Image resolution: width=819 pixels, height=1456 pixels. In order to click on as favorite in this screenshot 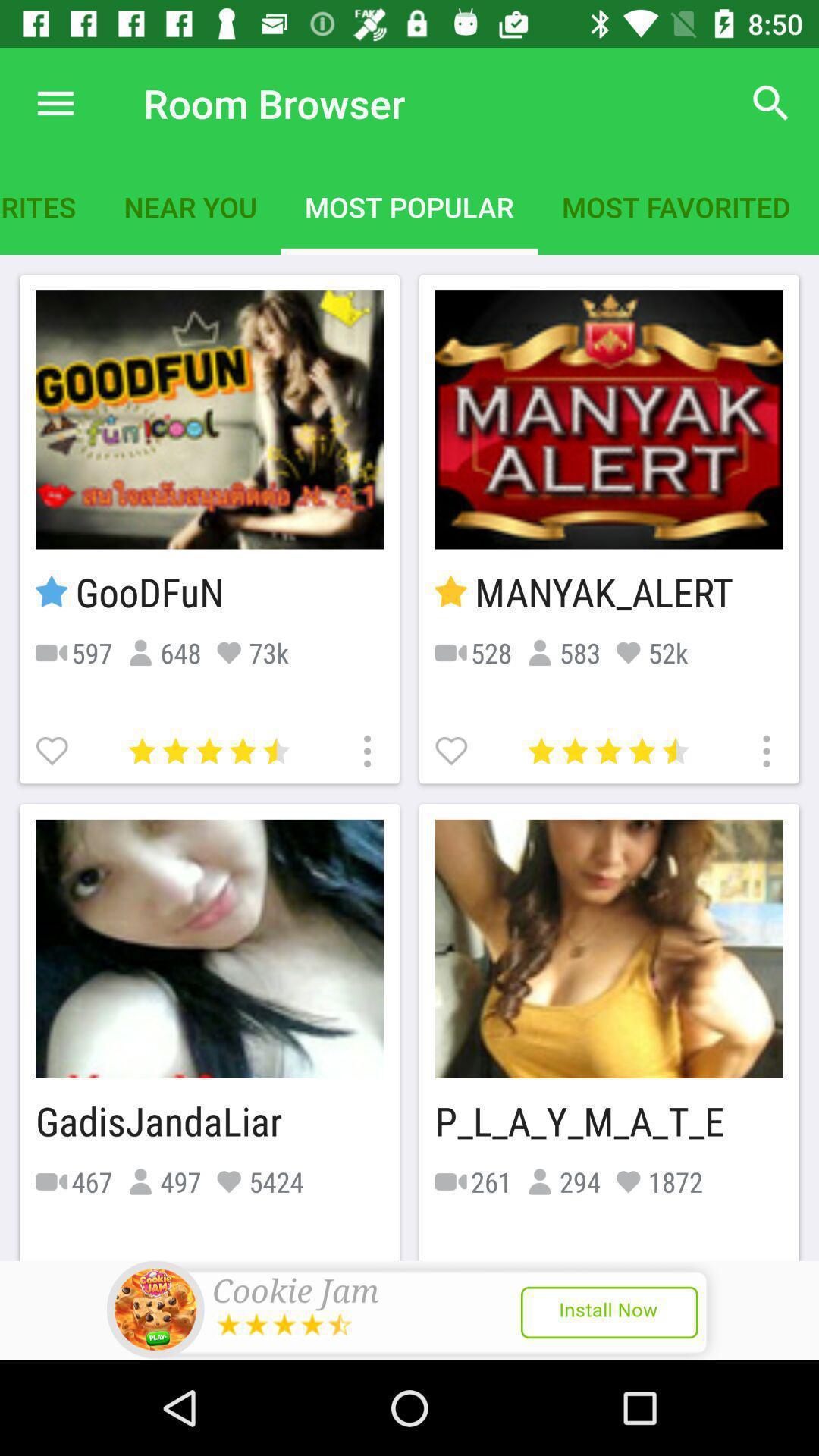, I will do `click(53, 749)`.